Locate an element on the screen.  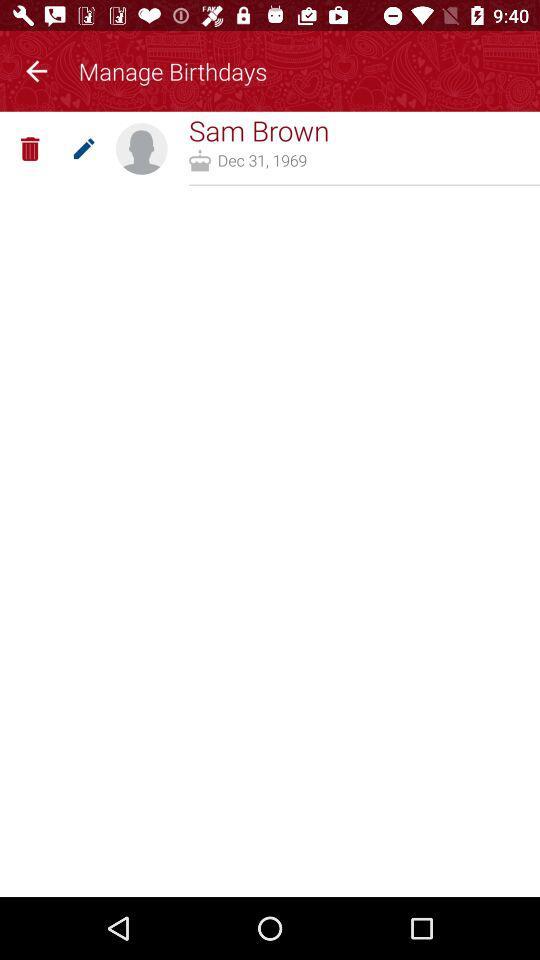
the app to the left of the manage birthdays app is located at coordinates (36, 68).